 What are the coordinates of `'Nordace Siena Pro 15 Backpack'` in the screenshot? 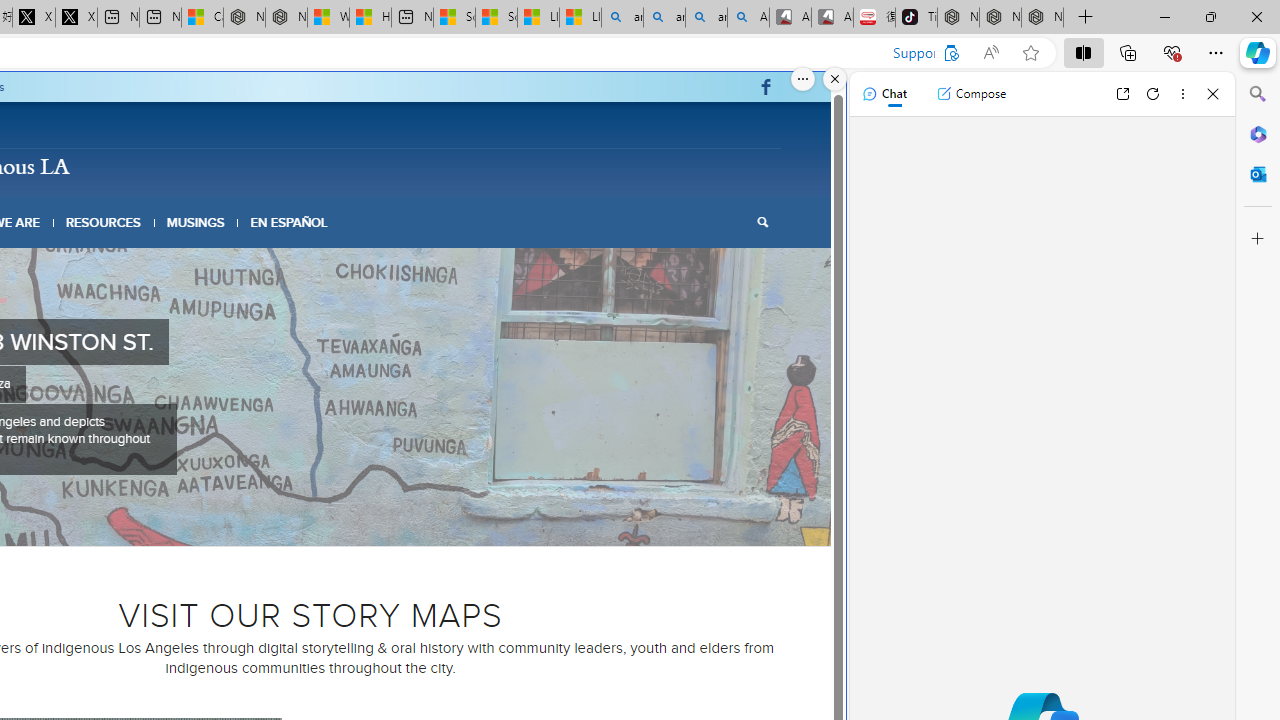 It's located at (1000, 17).